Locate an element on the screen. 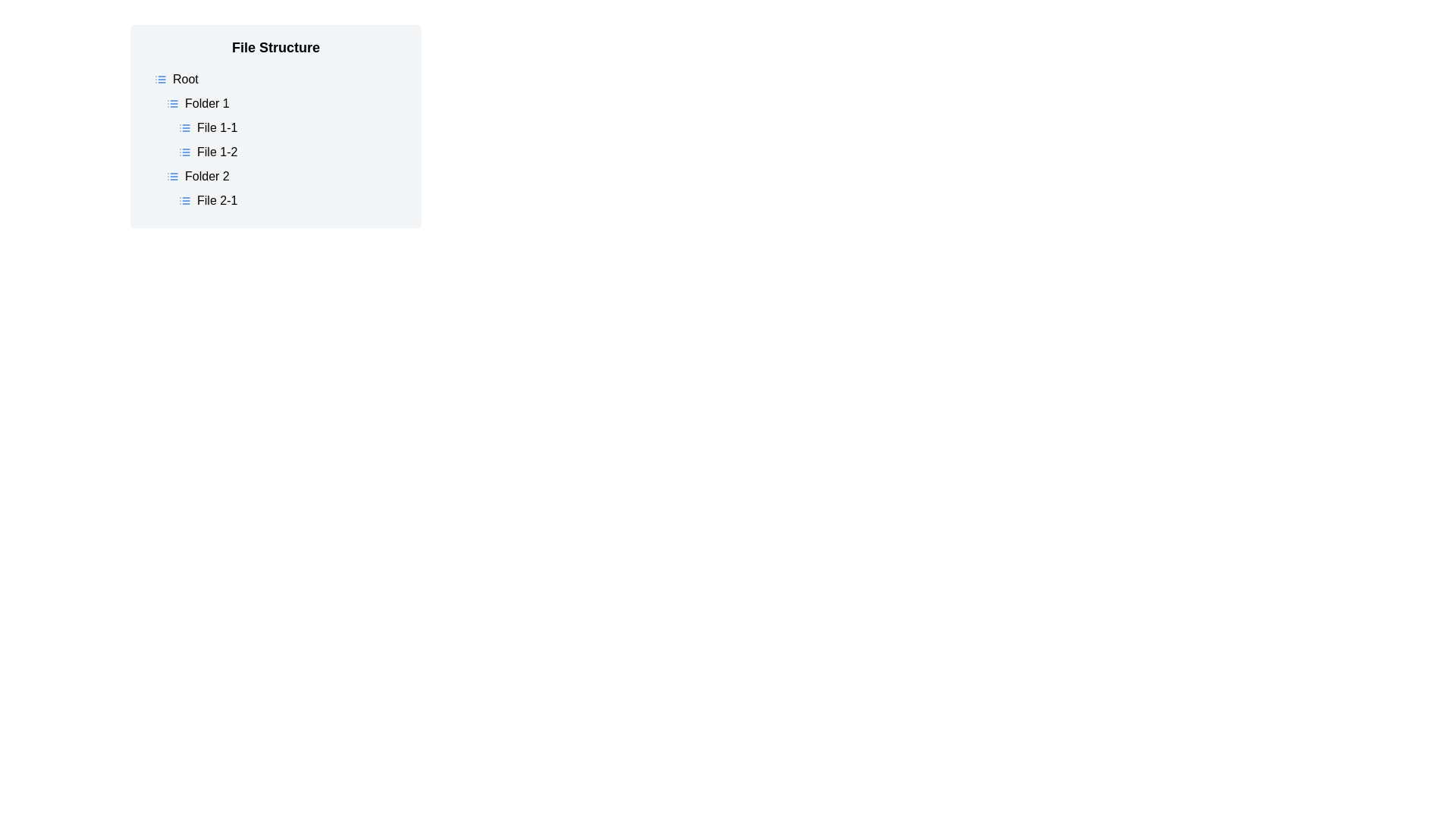  the text label identifying the file named 'File 1-2' under 'Folder 1' in the upper-middle portion of the interface is located at coordinates (216, 152).